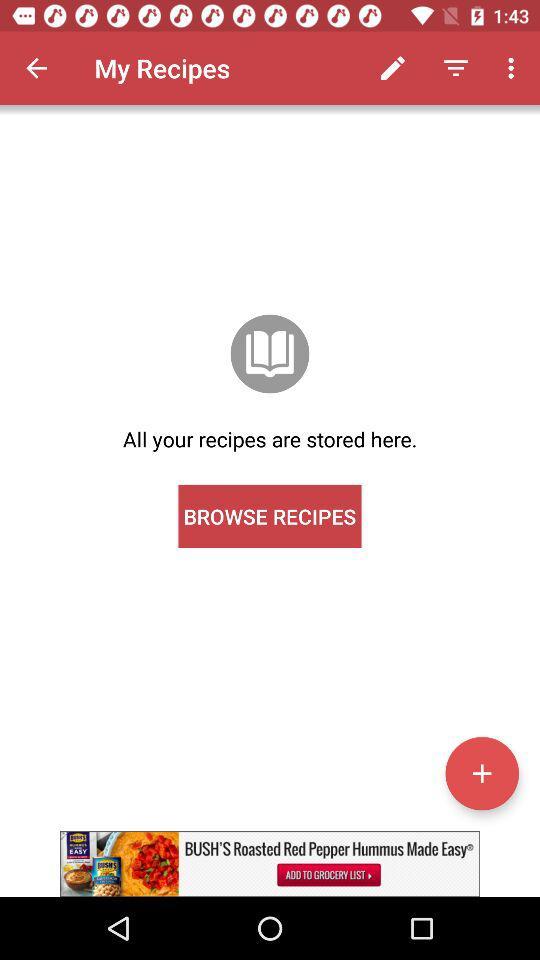  What do you see at coordinates (270, 863) in the screenshot?
I see `open advertisement` at bounding box center [270, 863].